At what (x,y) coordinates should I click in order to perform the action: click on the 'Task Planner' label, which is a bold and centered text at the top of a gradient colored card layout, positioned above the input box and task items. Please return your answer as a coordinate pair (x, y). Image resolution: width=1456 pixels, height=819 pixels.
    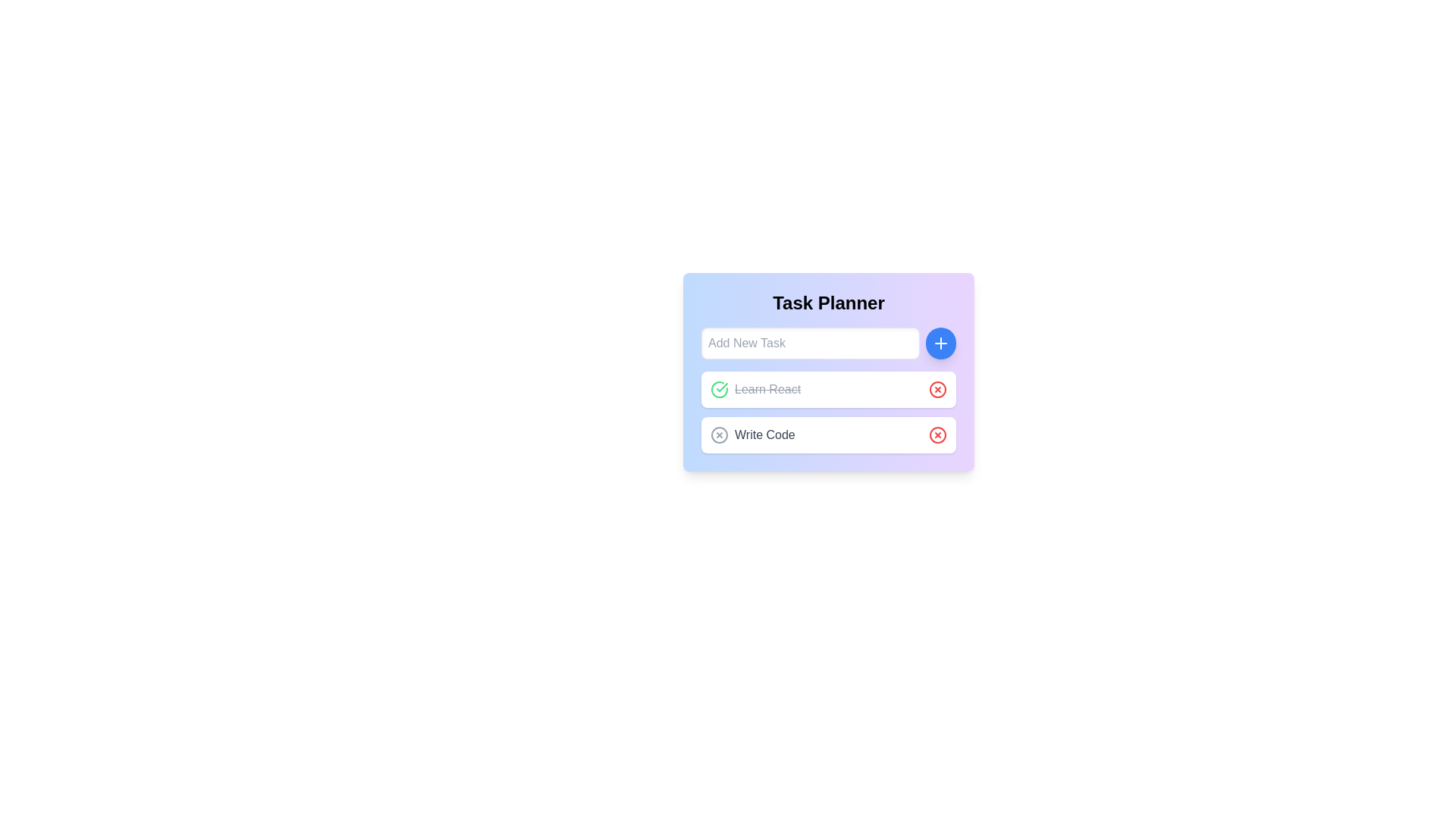
    Looking at the image, I should click on (828, 303).